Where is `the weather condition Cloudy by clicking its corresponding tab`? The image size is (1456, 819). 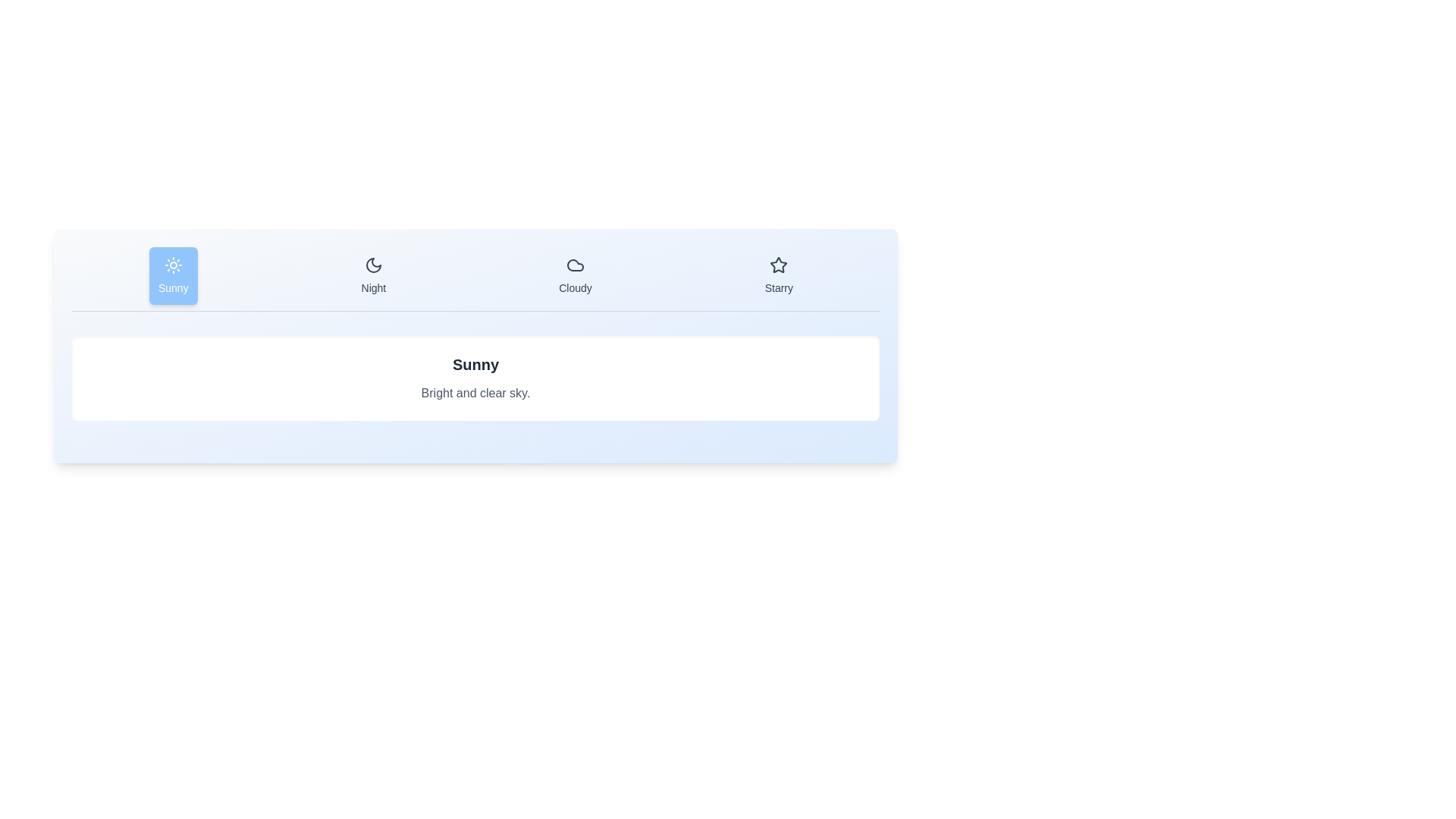 the weather condition Cloudy by clicking its corresponding tab is located at coordinates (574, 275).